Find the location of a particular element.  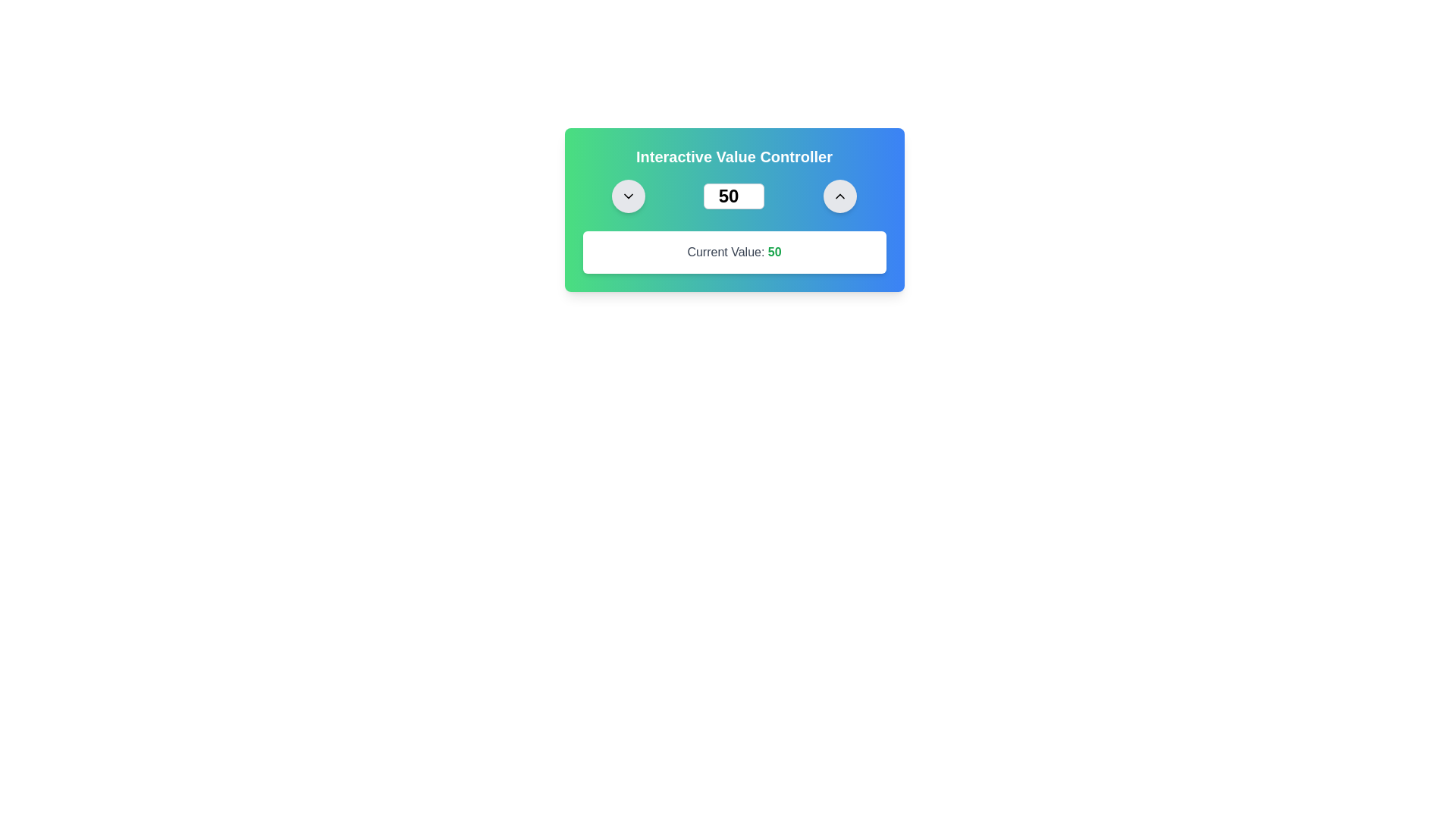

the leftmost circular button with a gray background and a downward-pointing chevron icon is located at coordinates (629, 195).